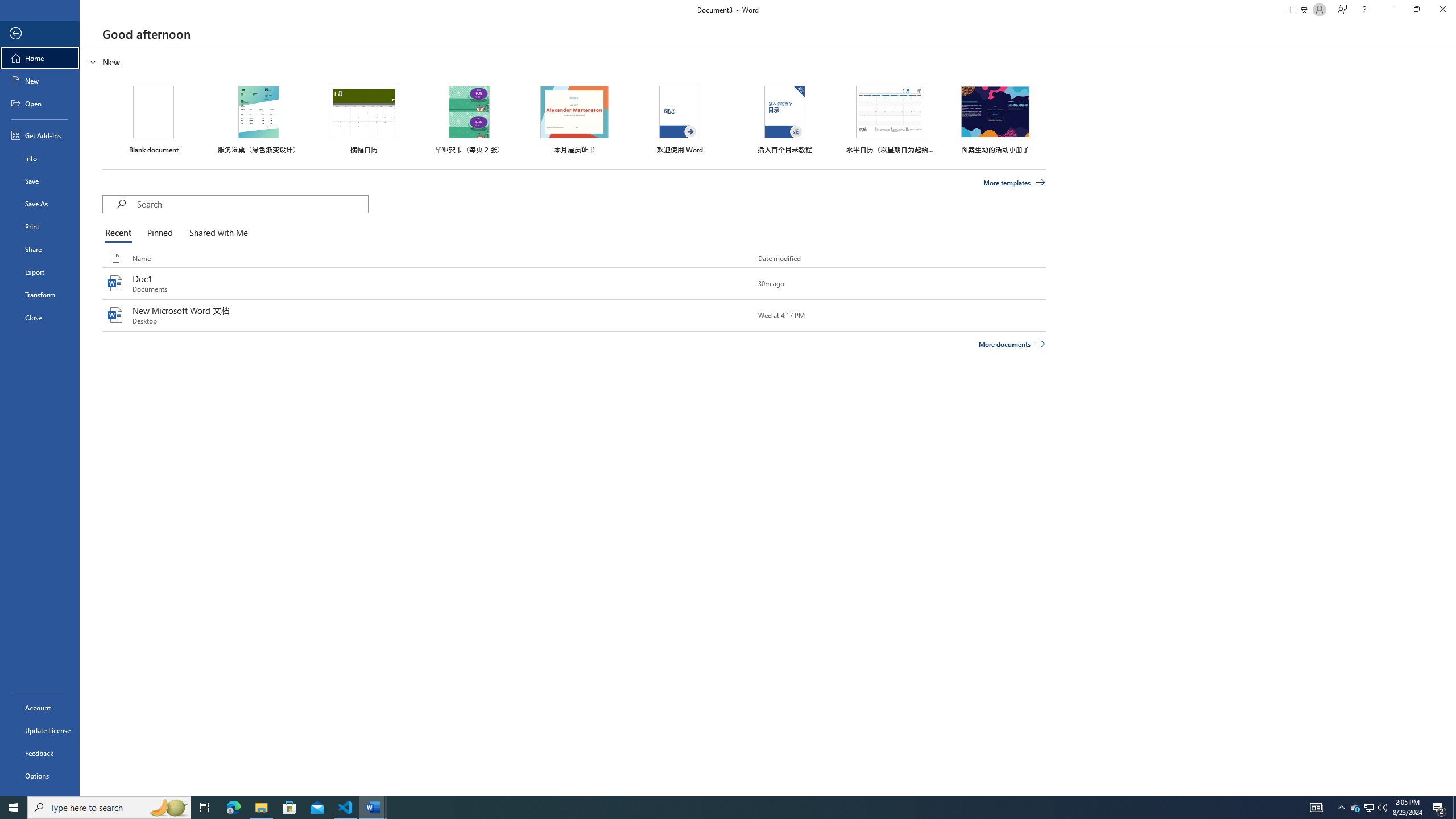  Describe the element at coordinates (39, 708) in the screenshot. I see `'Account'` at that location.